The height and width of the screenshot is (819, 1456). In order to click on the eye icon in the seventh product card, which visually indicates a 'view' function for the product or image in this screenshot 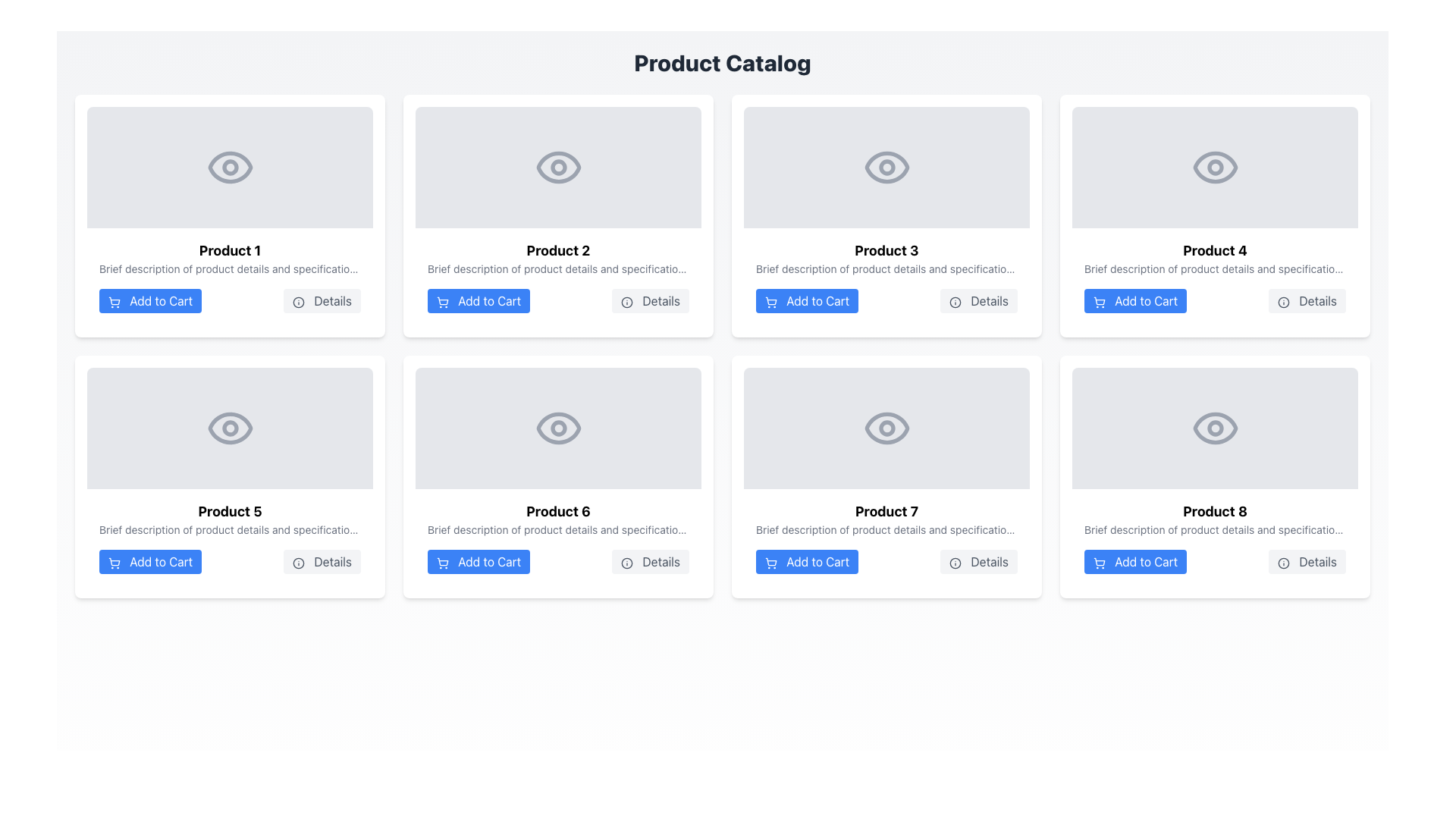, I will do `click(886, 428)`.